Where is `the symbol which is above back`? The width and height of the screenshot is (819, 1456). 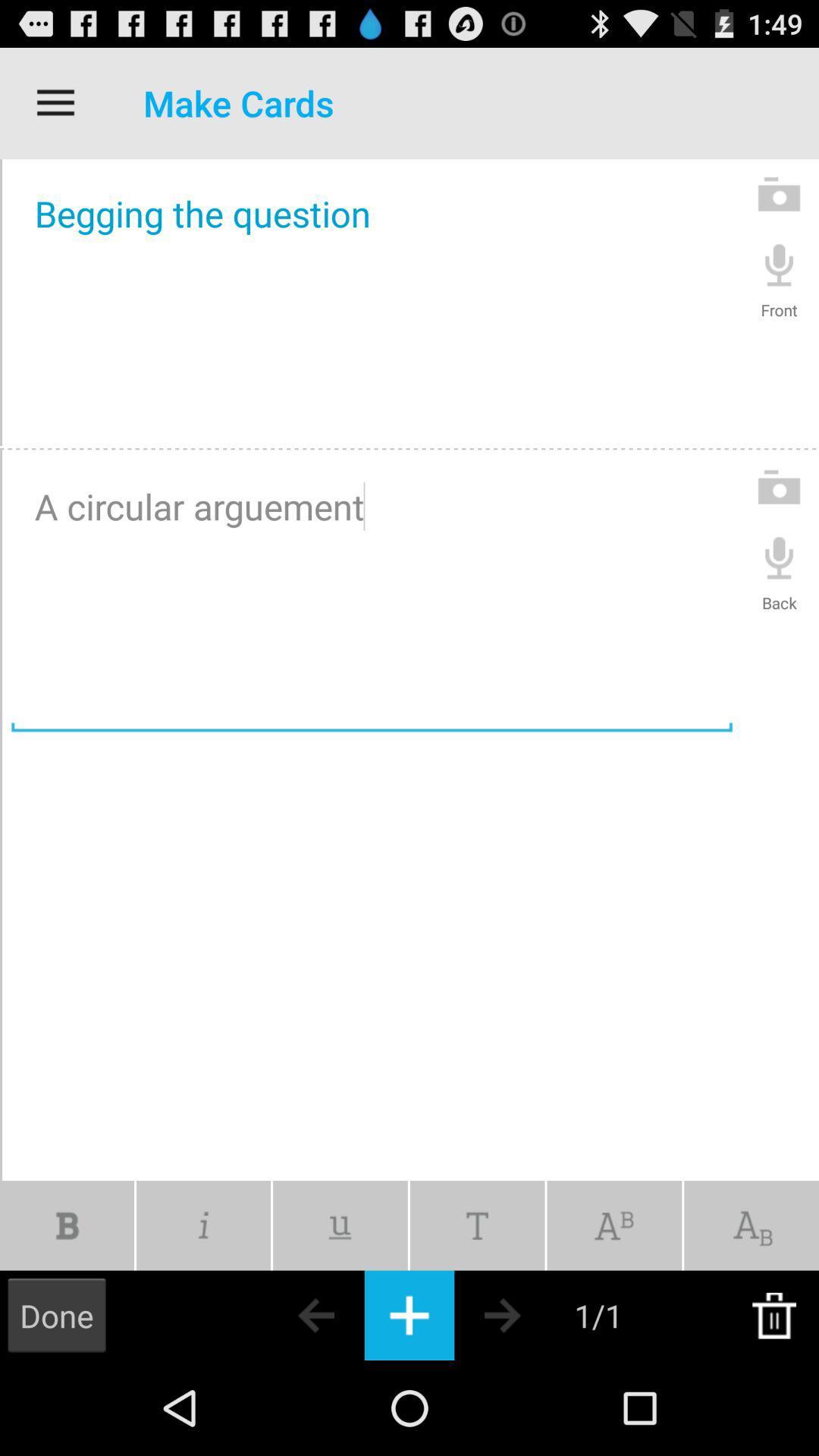 the symbol which is above back is located at coordinates (779, 556).